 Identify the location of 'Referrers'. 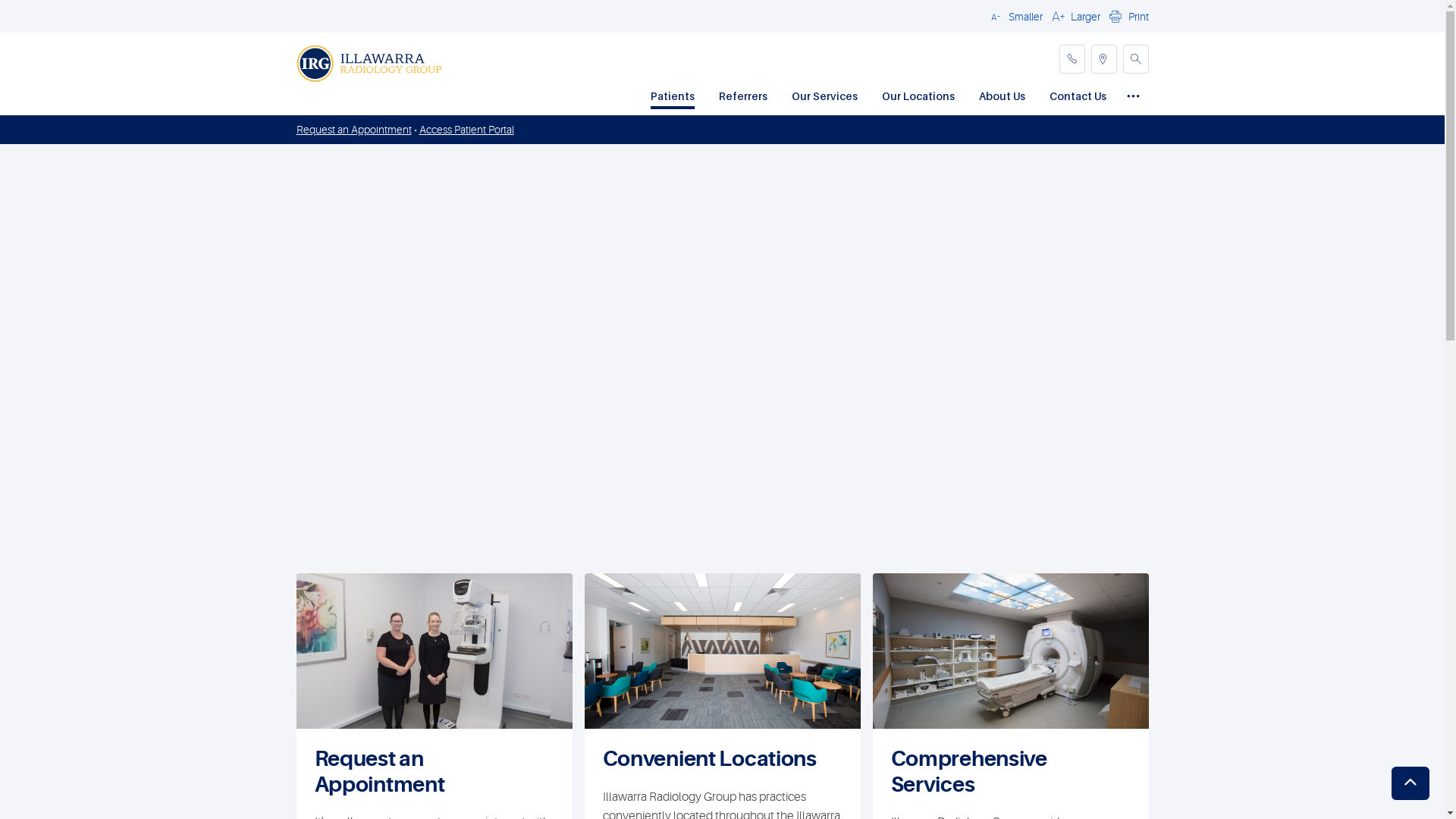
(742, 97).